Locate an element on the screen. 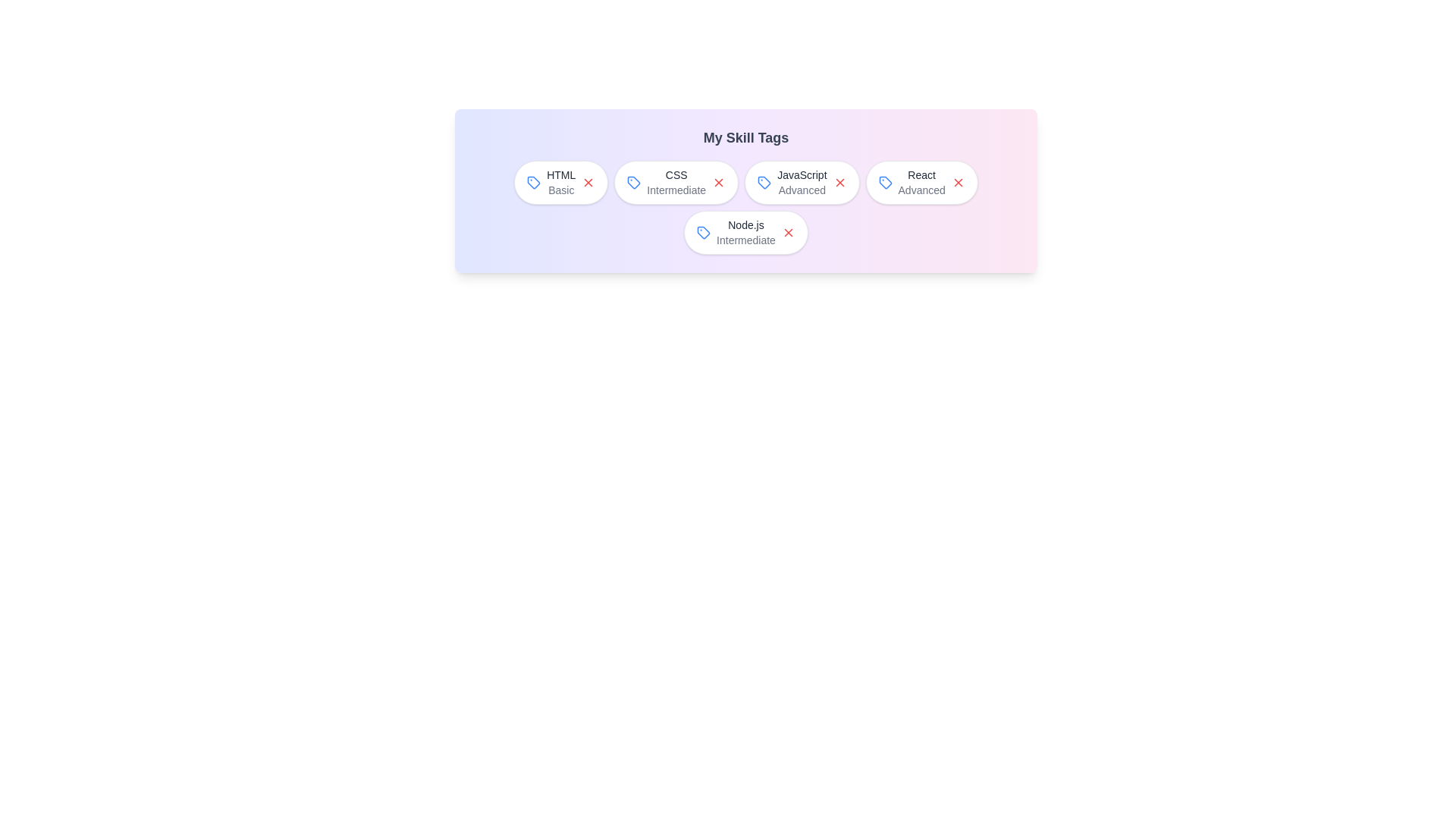 The height and width of the screenshot is (819, 1456). close button of the skill tag with label CSS is located at coordinates (718, 181).